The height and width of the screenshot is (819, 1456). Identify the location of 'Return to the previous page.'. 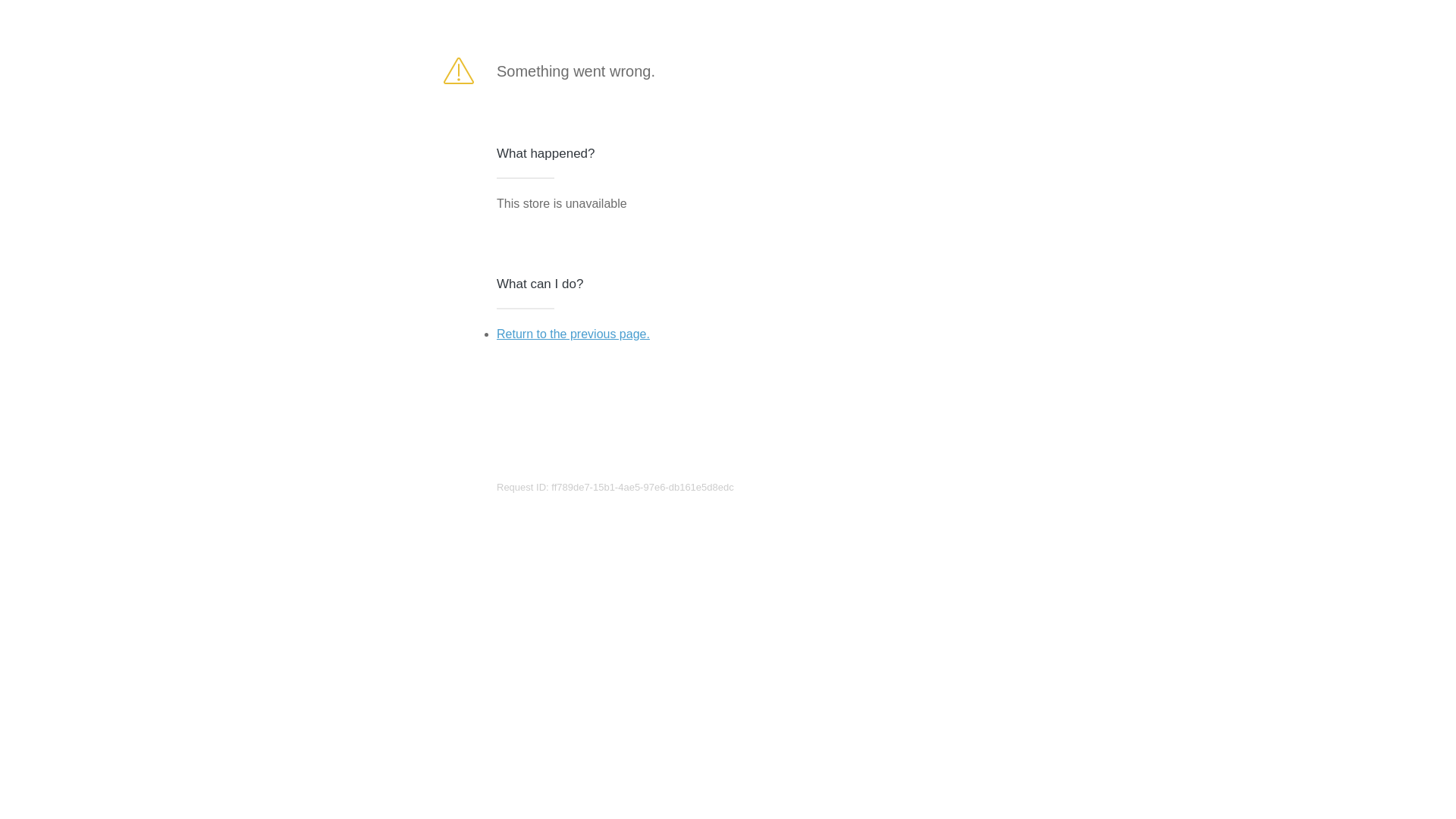
(572, 333).